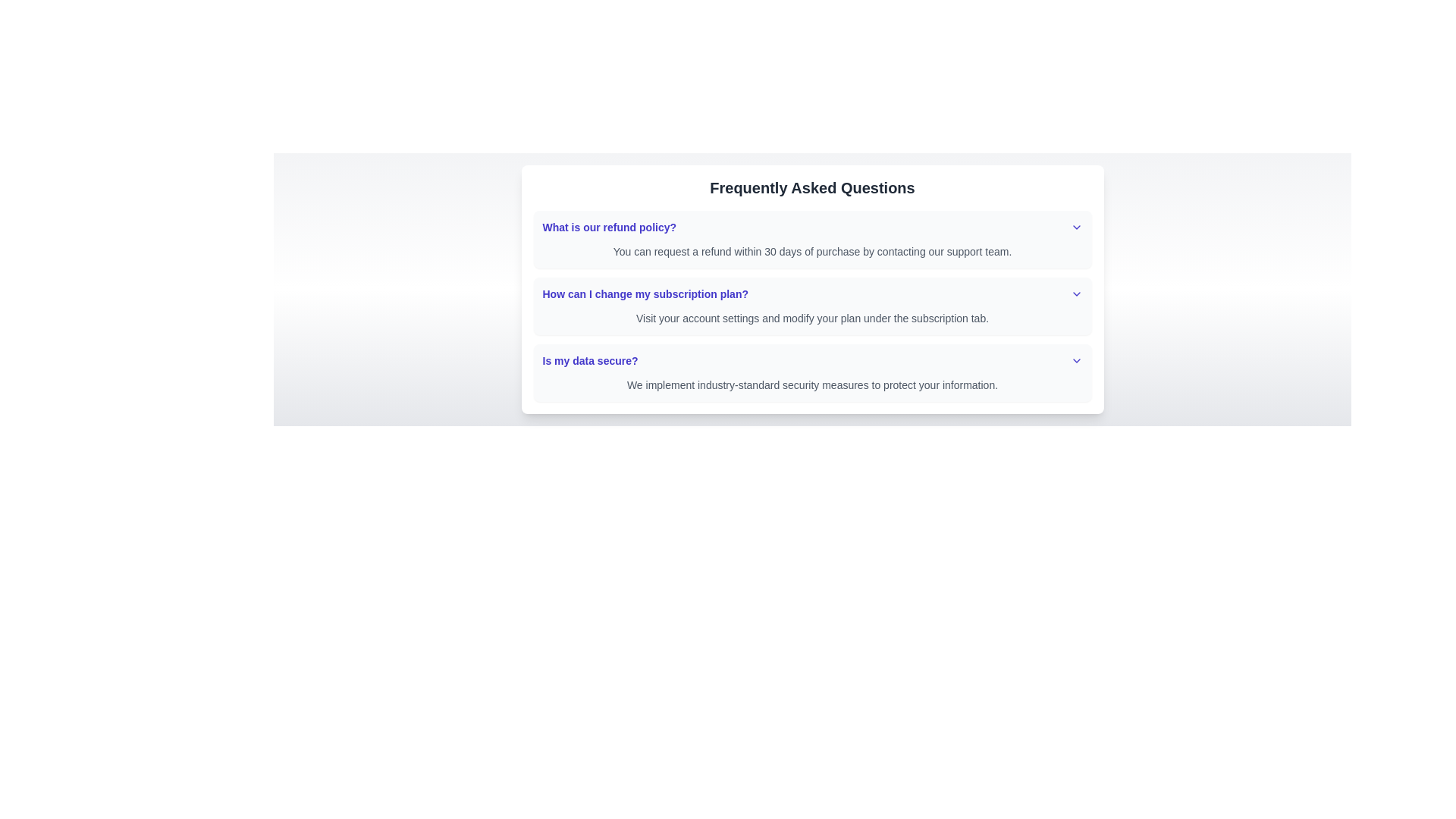  I want to click on detailed instructions provided in the Text Display below the question 'How can I change my subscription plan?', so click(811, 318).